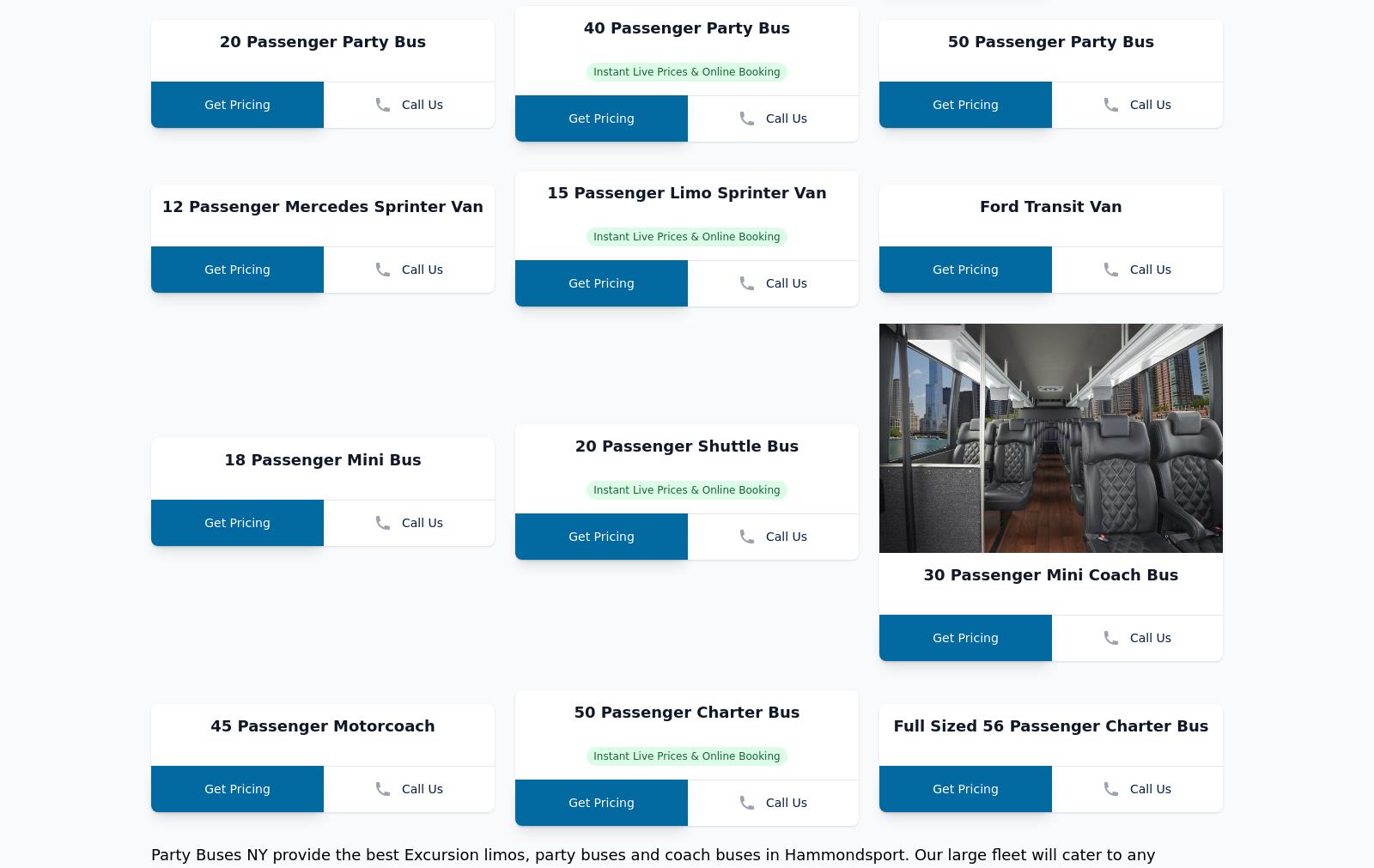  I want to click on 'Lincoln MKT Limo', so click(322, 15).